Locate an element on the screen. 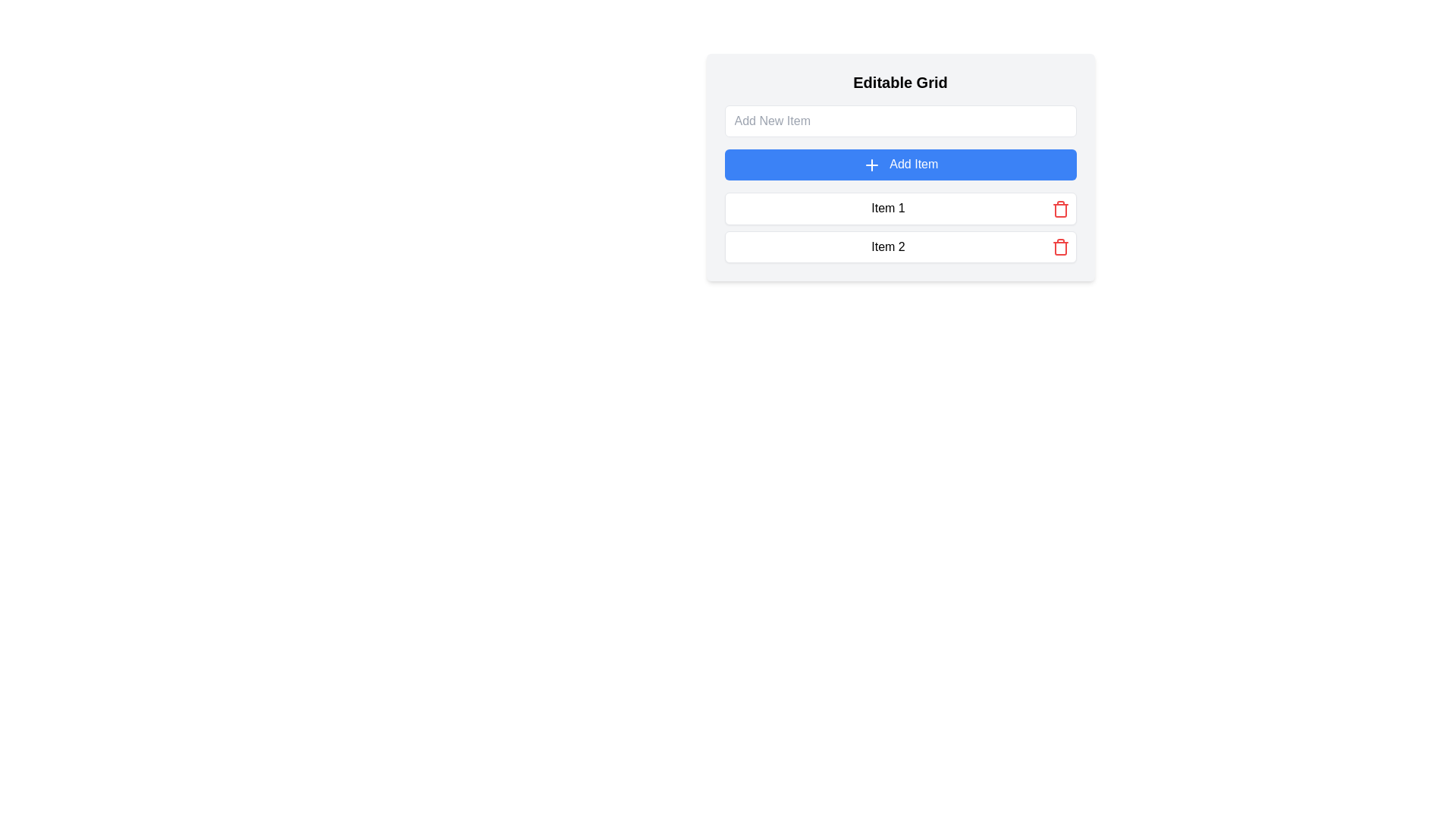  the delete button icon in the second row labeled 'Item 2' is located at coordinates (1059, 246).